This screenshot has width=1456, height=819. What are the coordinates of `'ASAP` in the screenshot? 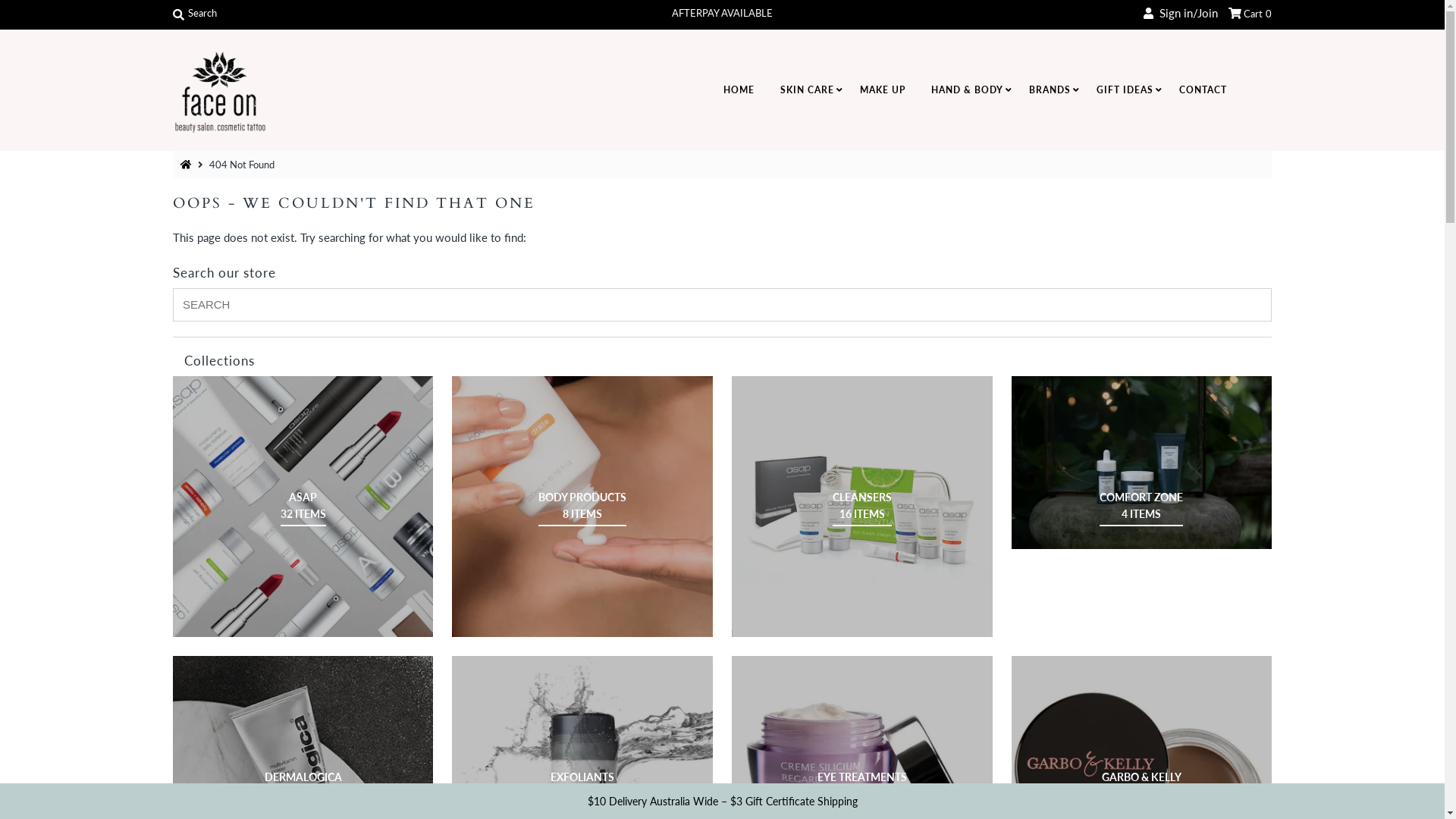 It's located at (303, 506).